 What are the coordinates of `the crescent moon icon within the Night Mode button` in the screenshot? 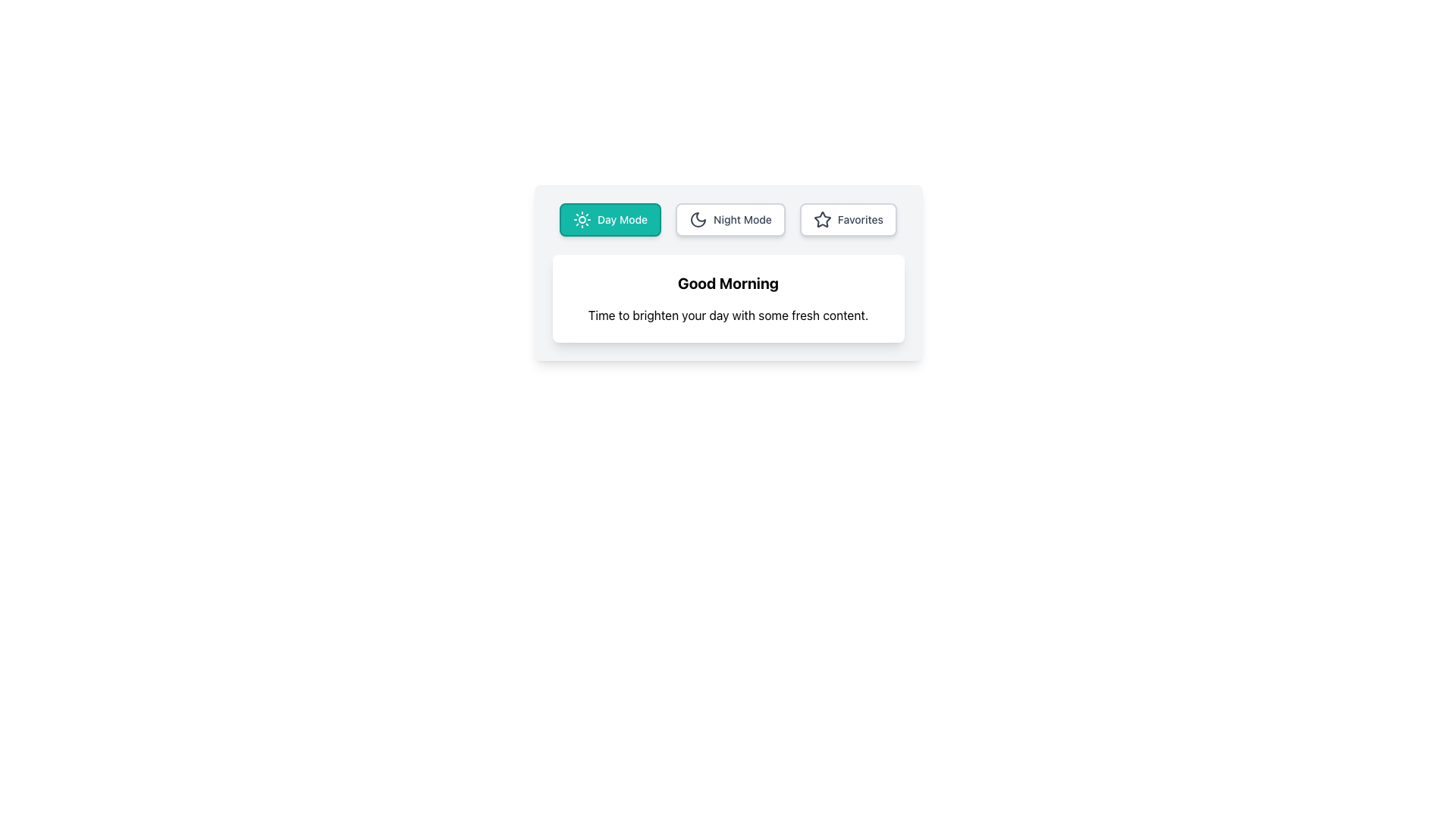 It's located at (698, 219).